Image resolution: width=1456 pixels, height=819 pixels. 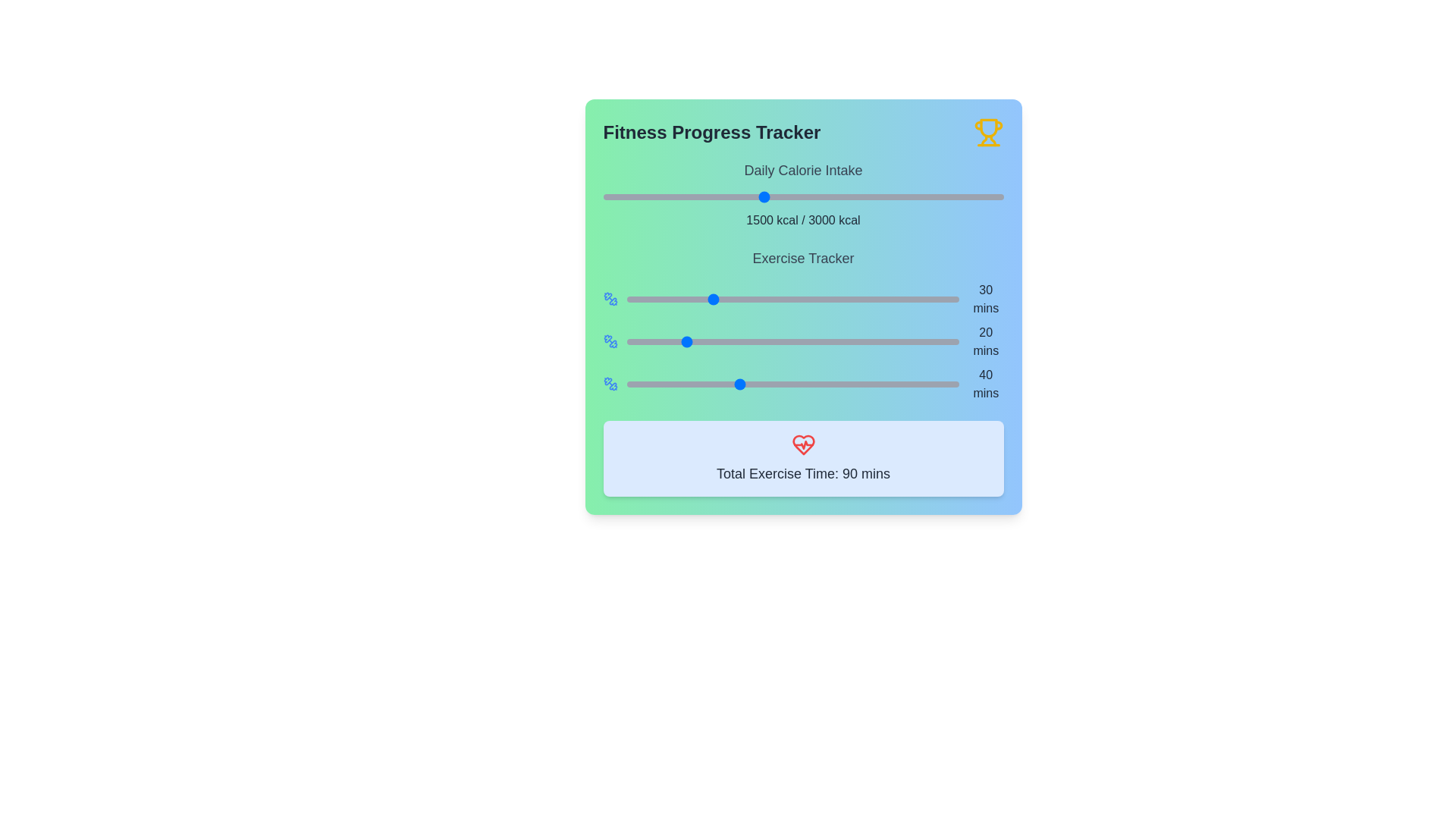 I want to click on the exercise time, so click(x=679, y=383).